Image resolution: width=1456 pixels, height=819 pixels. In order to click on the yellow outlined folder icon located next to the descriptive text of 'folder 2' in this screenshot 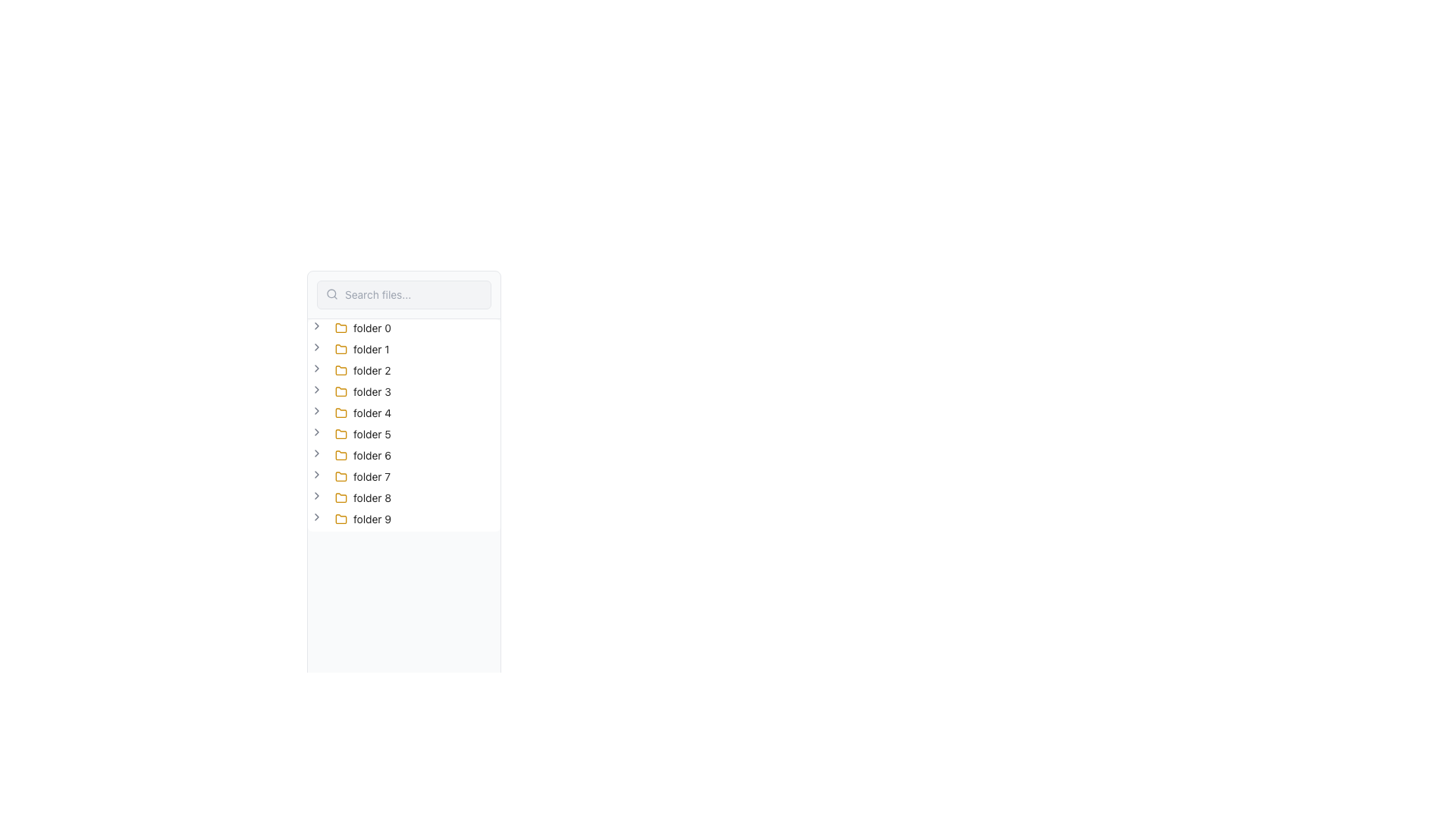, I will do `click(340, 371)`.